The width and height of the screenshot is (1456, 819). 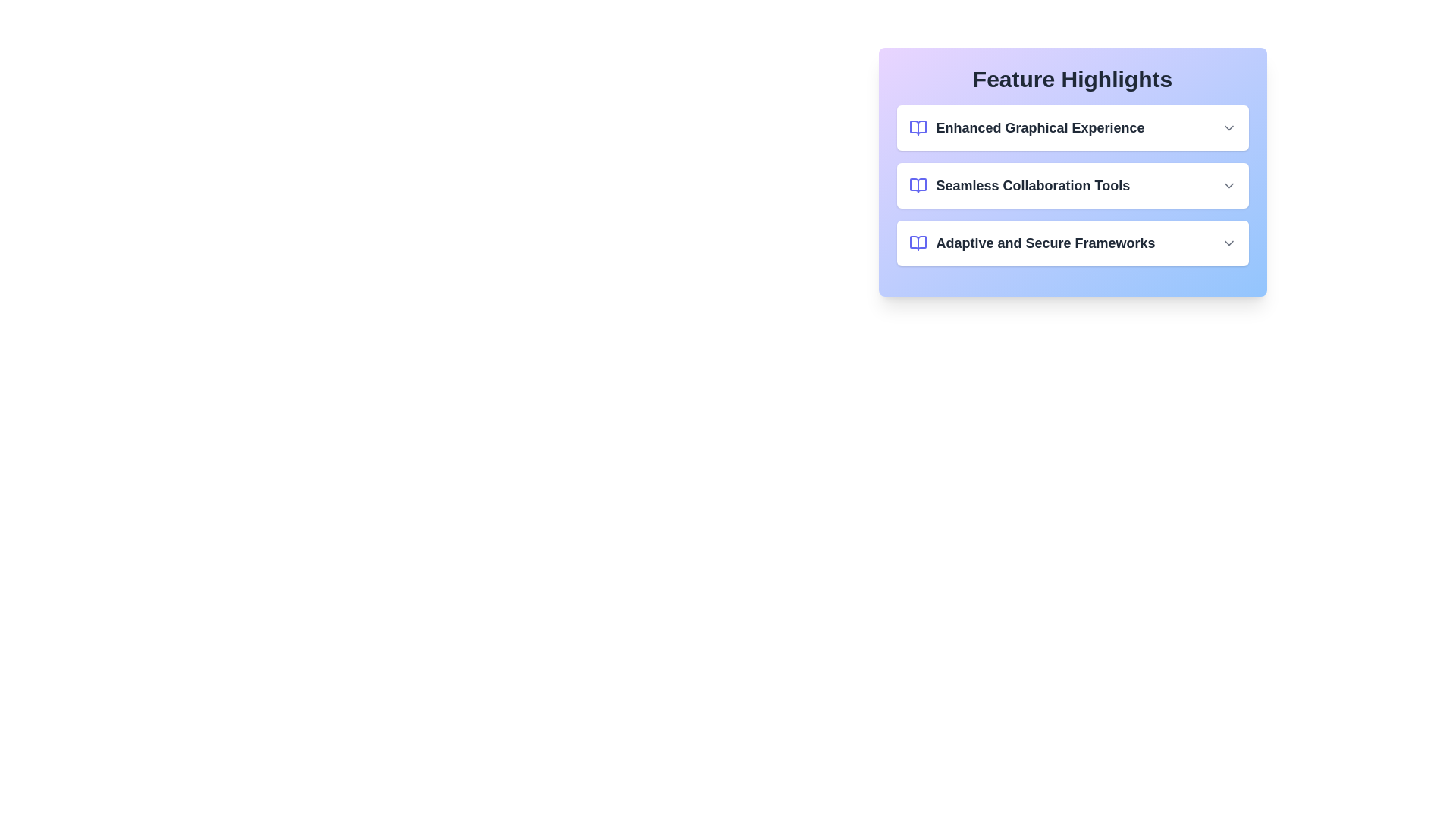 What do you see at coordinates (917, 127) in the screenshot?
I see `the lower part of the open book icon situated to the left of the 'Enhanced Graphical Experience' label, which is part of the 'Feature Highlights' section` at bounding box center [917, 127].